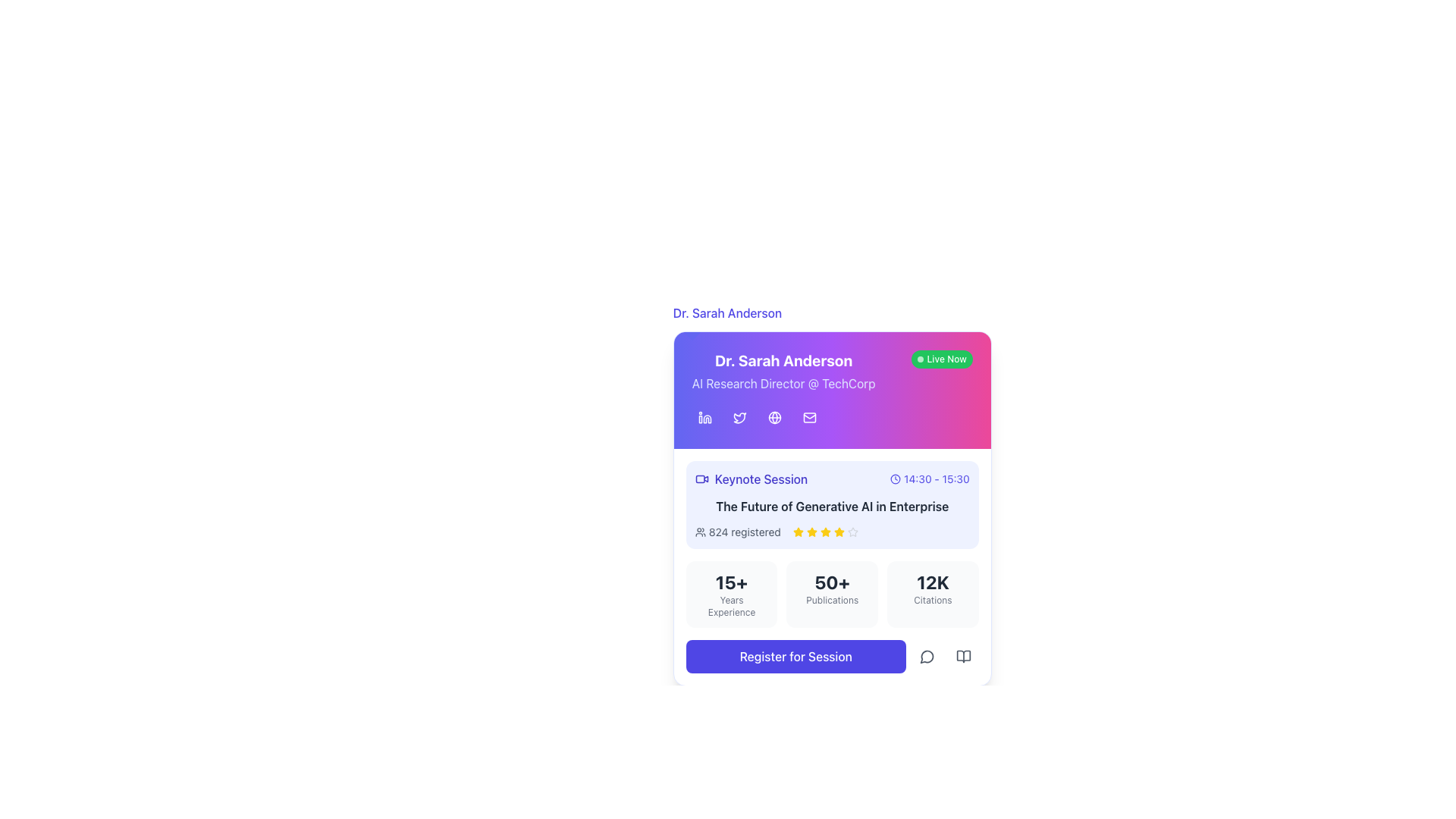  What do you see at coordinates (739, 418) in the screenshot?
I see `the small, light blue Twitter icon, which is the second icon in a row of four below the name 'Dr. Sarah Anderson' and their title` at bounding box center [739, 418].